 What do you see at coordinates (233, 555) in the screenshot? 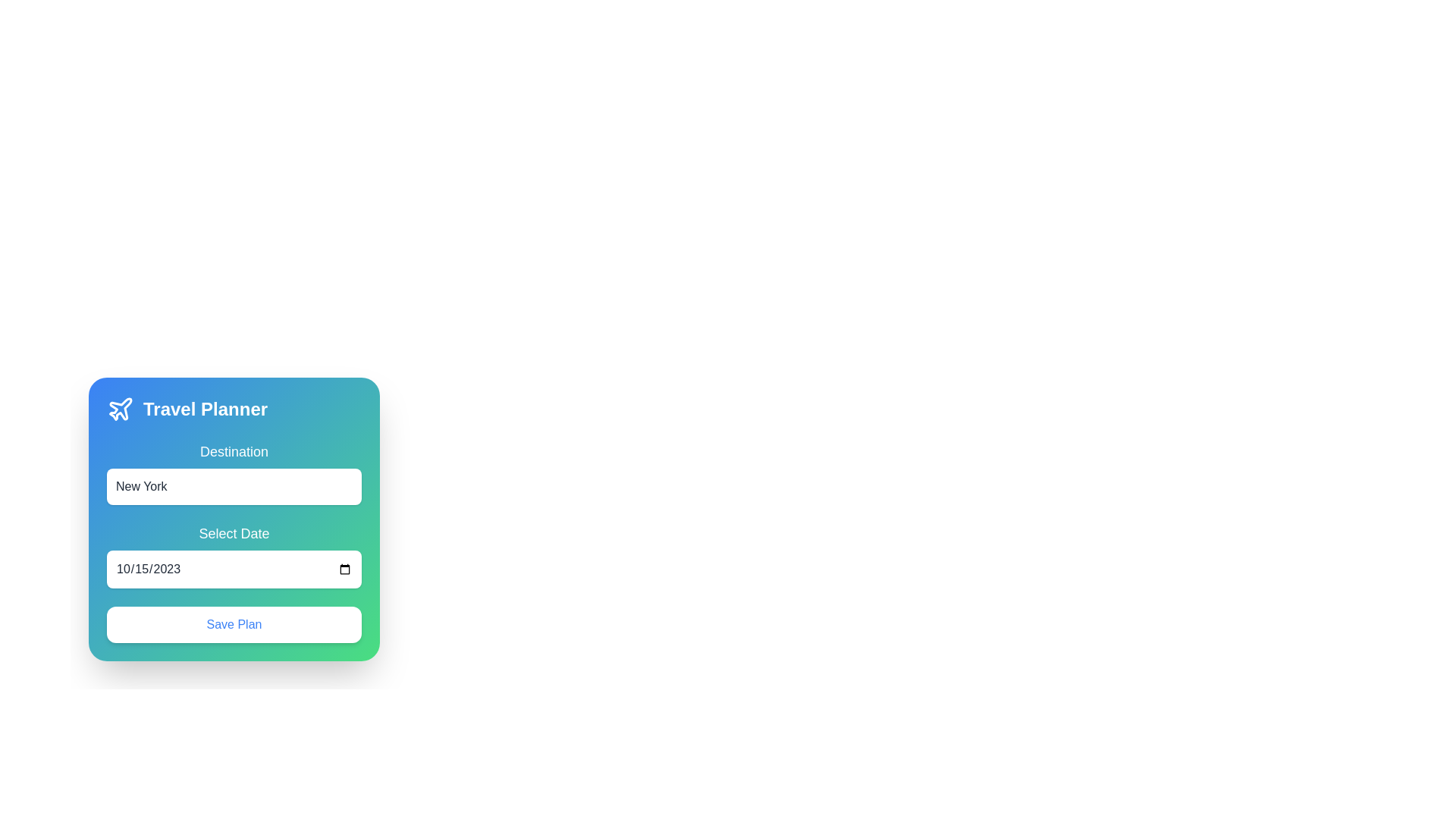
I see `the date input field labeled 'Select Date' to focus on it` at bounding box center [233, 555].